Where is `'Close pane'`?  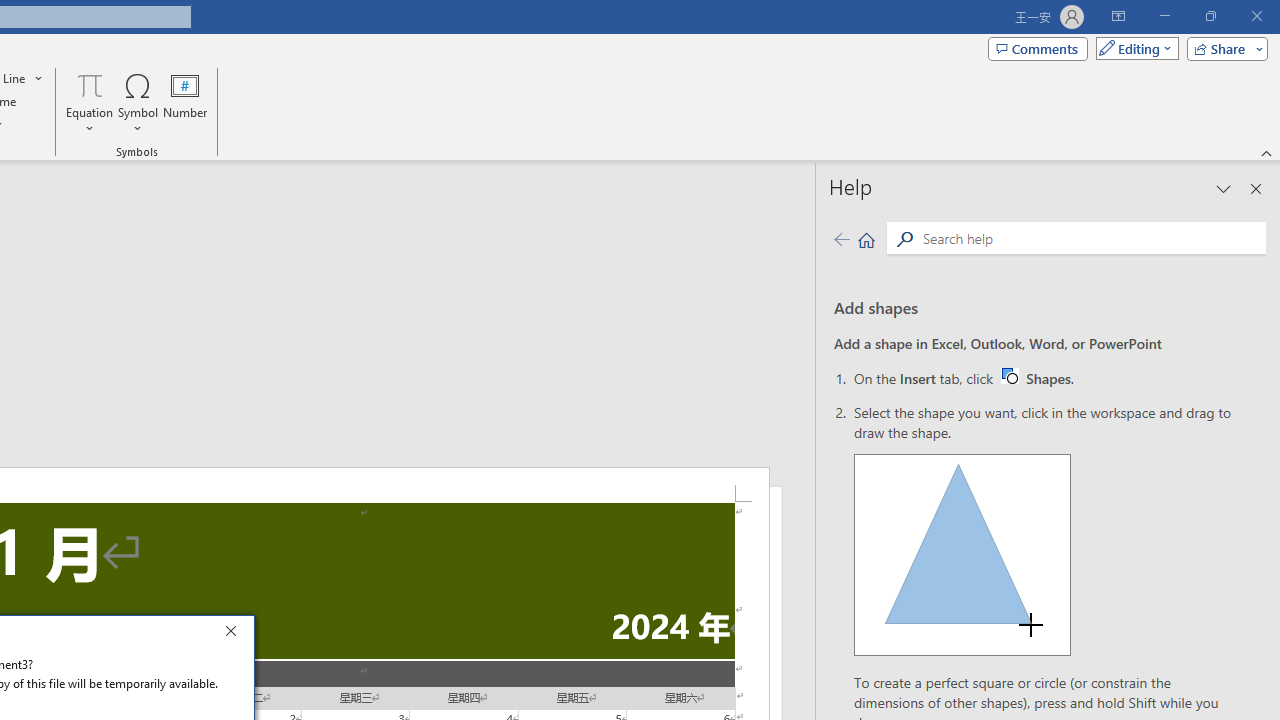 'Close pane' is located at coordinates (1255, 189).